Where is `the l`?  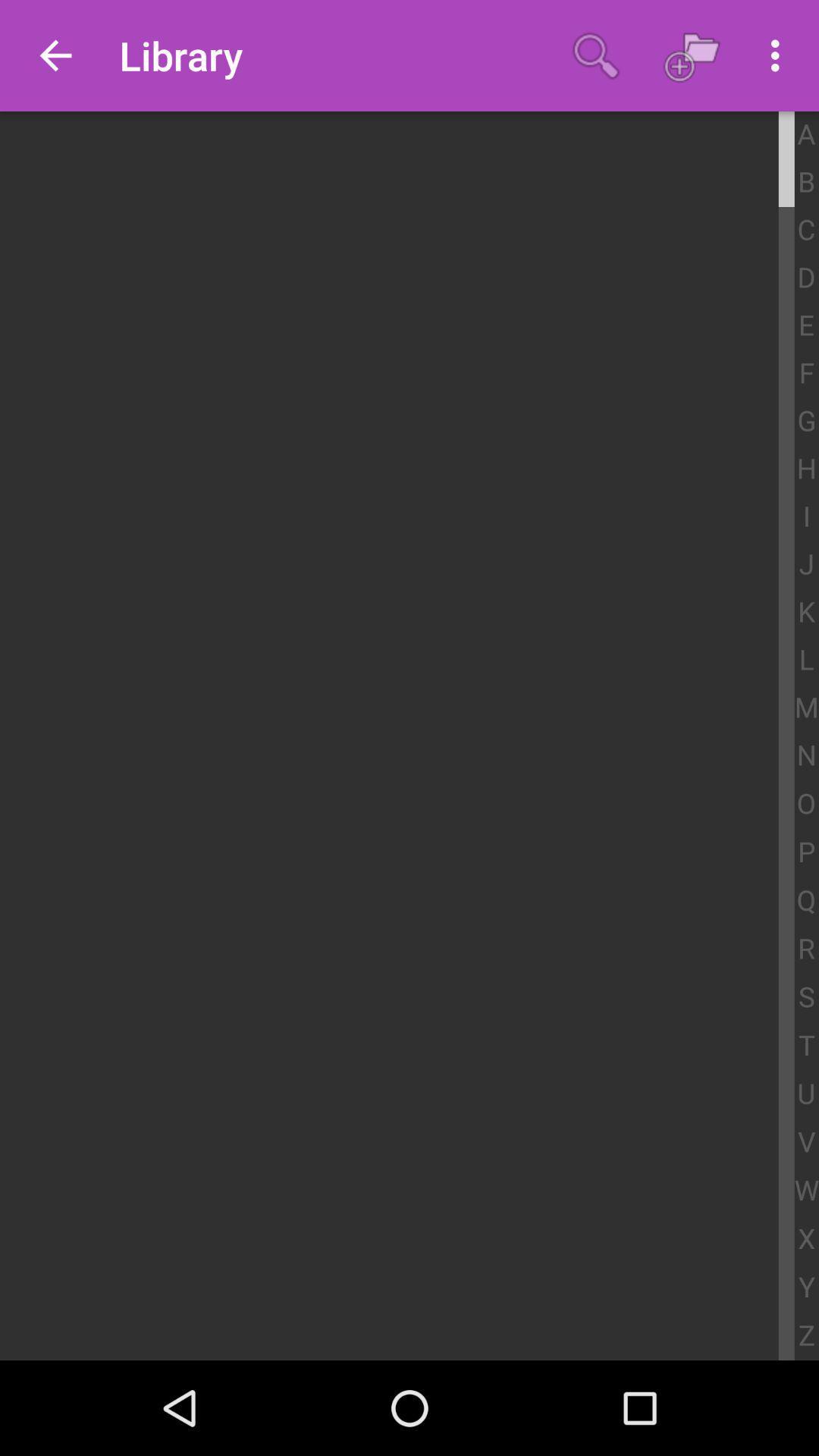 the l is located at coordinates (805, 661).